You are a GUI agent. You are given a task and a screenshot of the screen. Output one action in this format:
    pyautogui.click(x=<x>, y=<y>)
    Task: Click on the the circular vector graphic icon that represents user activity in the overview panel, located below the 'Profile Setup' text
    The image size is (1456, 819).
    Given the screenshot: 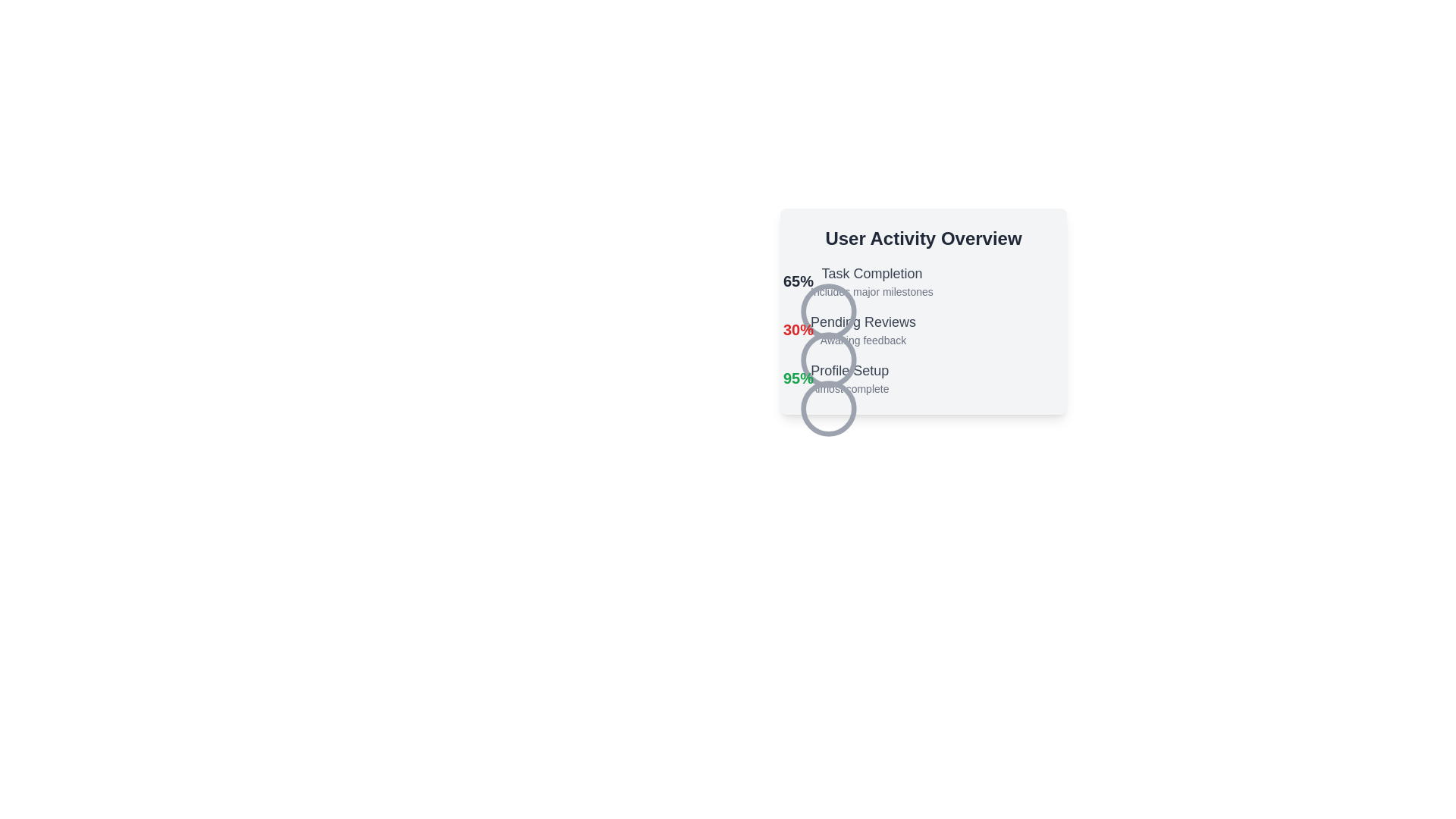 What is the action you would take?
    pyautogui.click(x=828, y=359)
    